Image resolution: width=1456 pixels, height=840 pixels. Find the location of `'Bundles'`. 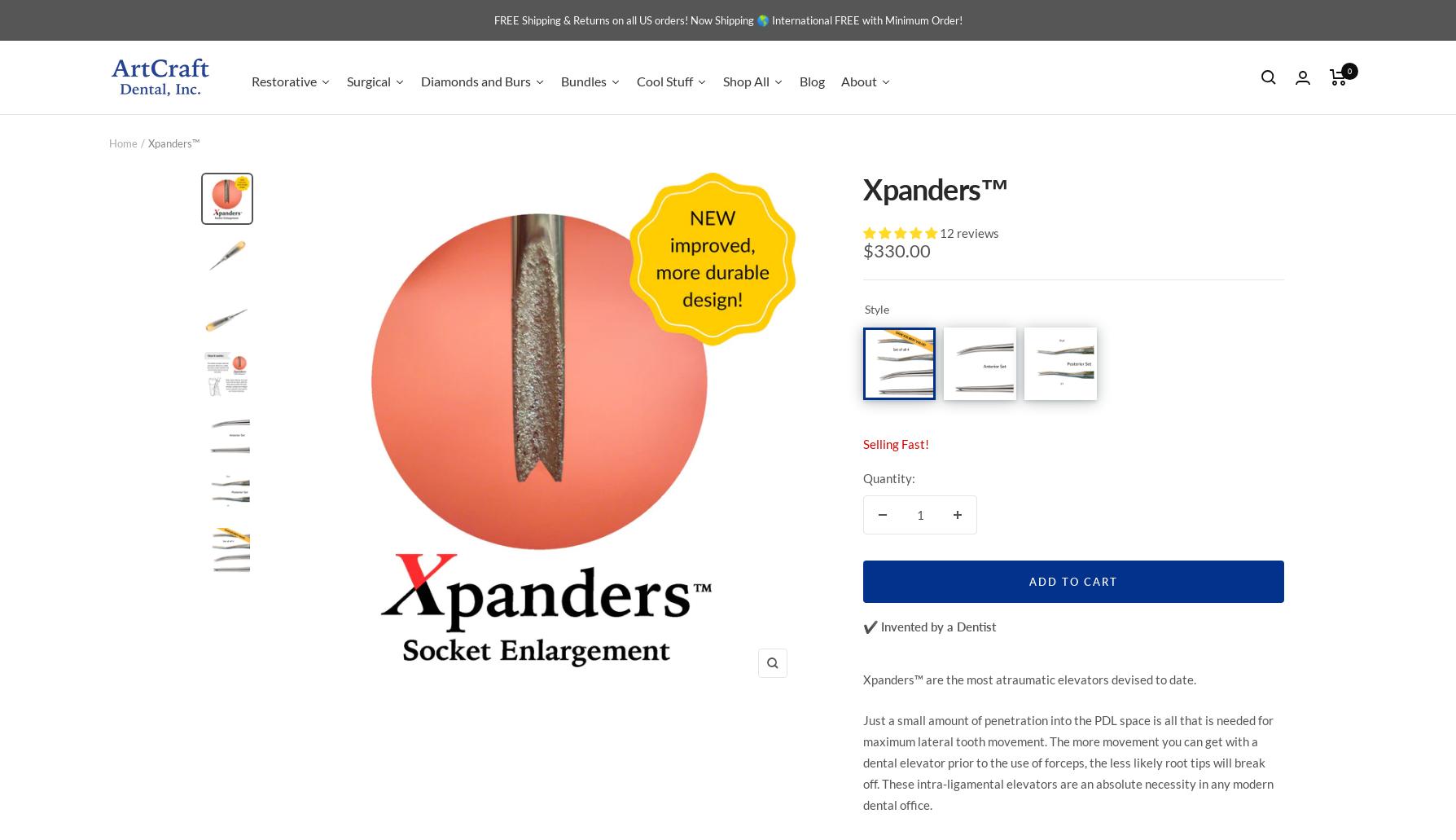

'Bundles' is located at coordinates (582, 80).